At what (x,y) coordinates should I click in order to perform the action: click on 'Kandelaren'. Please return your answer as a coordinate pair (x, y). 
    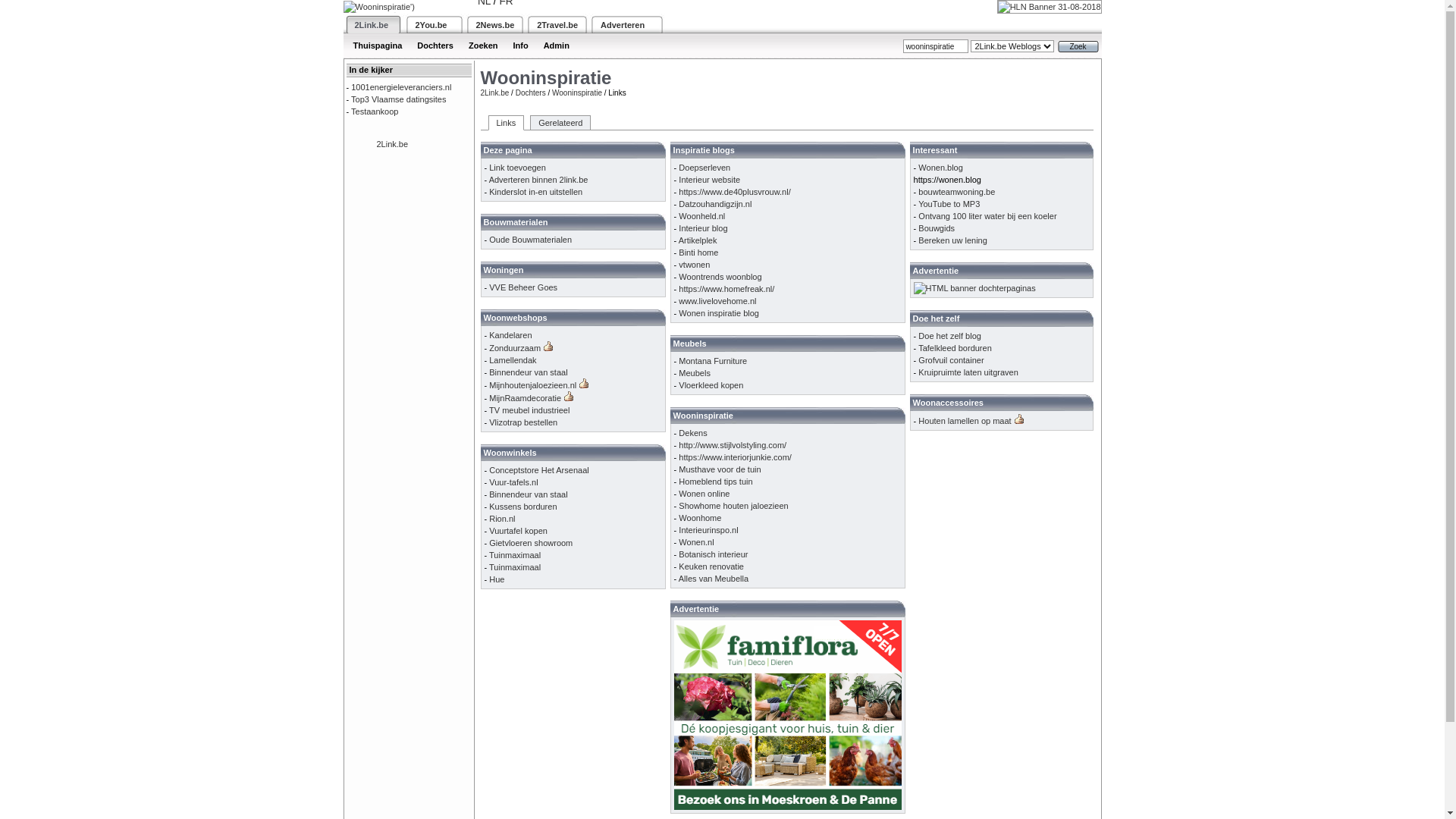
    Looking at the image, I should click on (510, 334).